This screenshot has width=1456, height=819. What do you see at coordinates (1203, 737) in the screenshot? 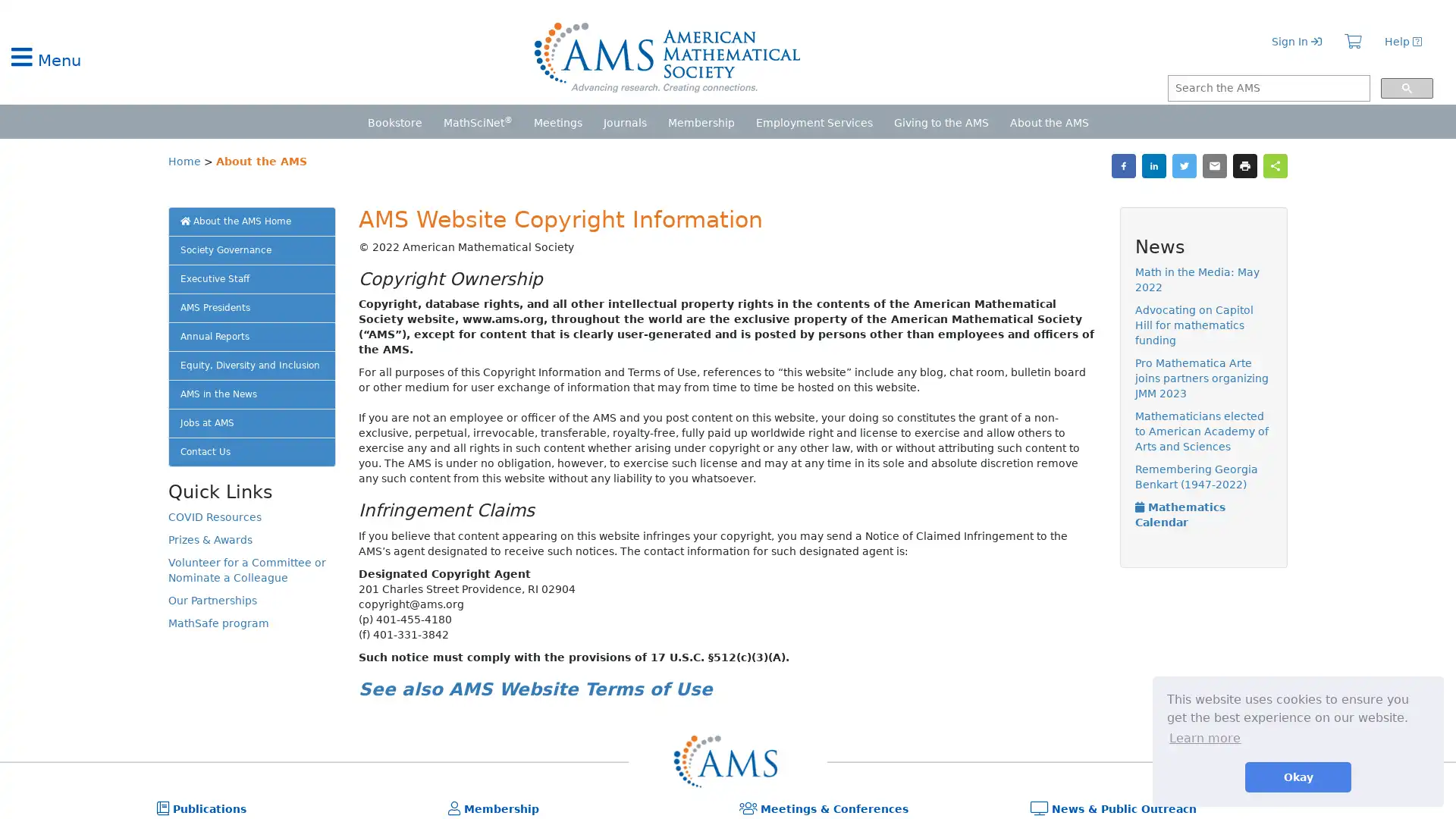
I see `learn more about cookies` at bounding box center [1203, 737].